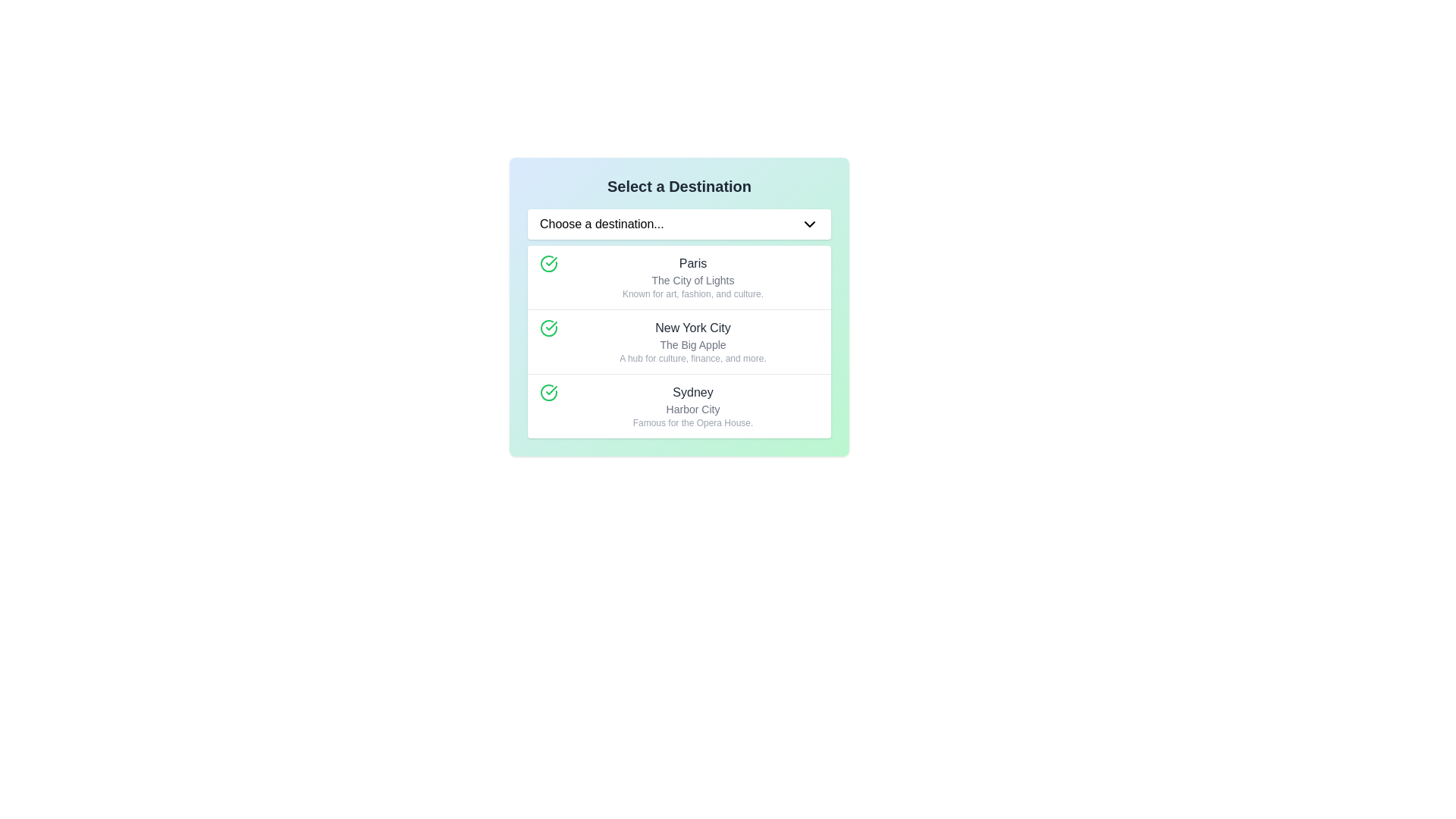  What do you see at coordinates (692, 359) in the screenshot?
I see `the informational text that provides additional context about 'New York City', located in the third list entry in the dropdown menu under 'Select a Destination'` at bounding box center [692, 359].